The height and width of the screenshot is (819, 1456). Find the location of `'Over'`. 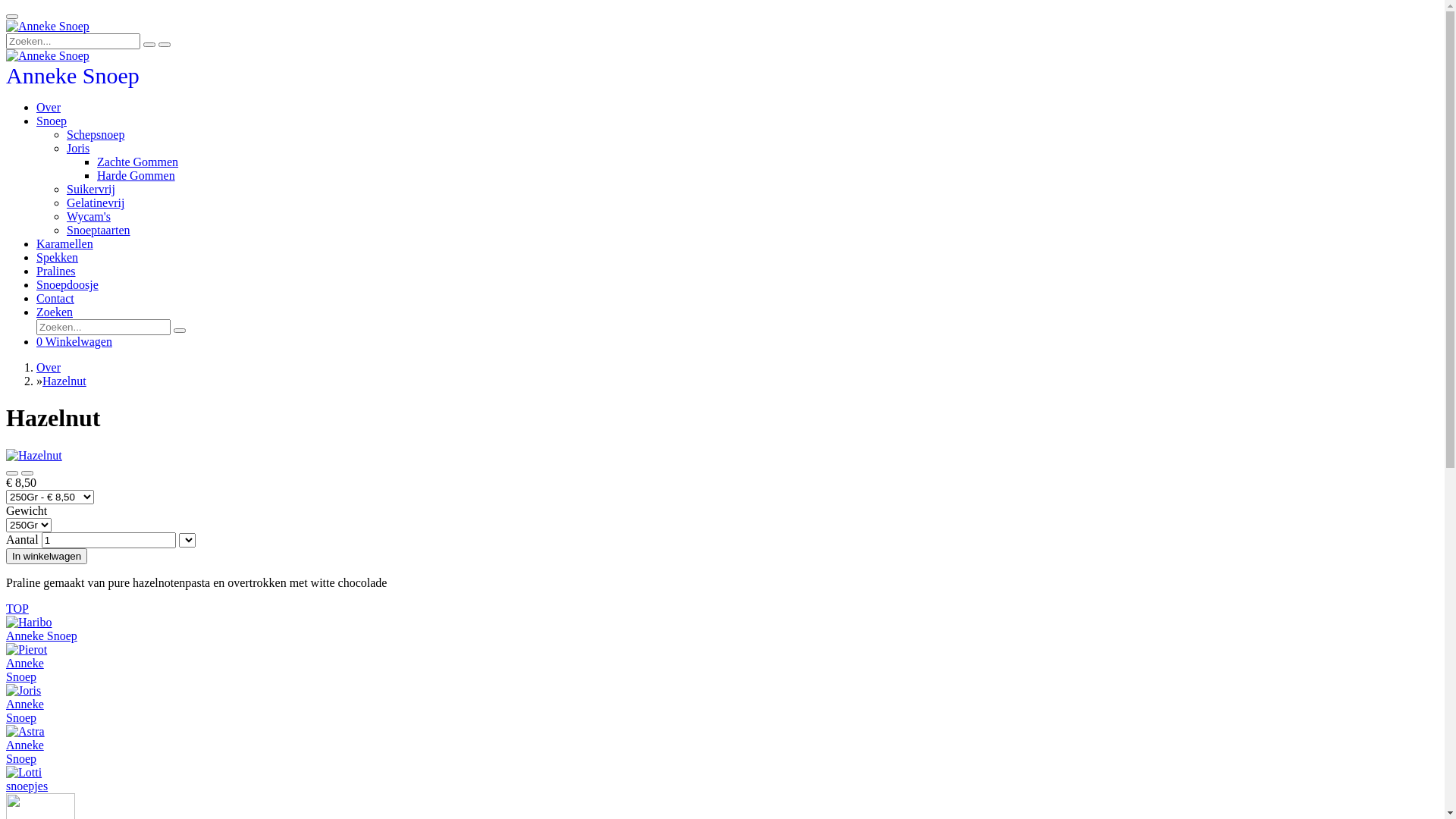

'Over' is located at coordinates (48, 106).